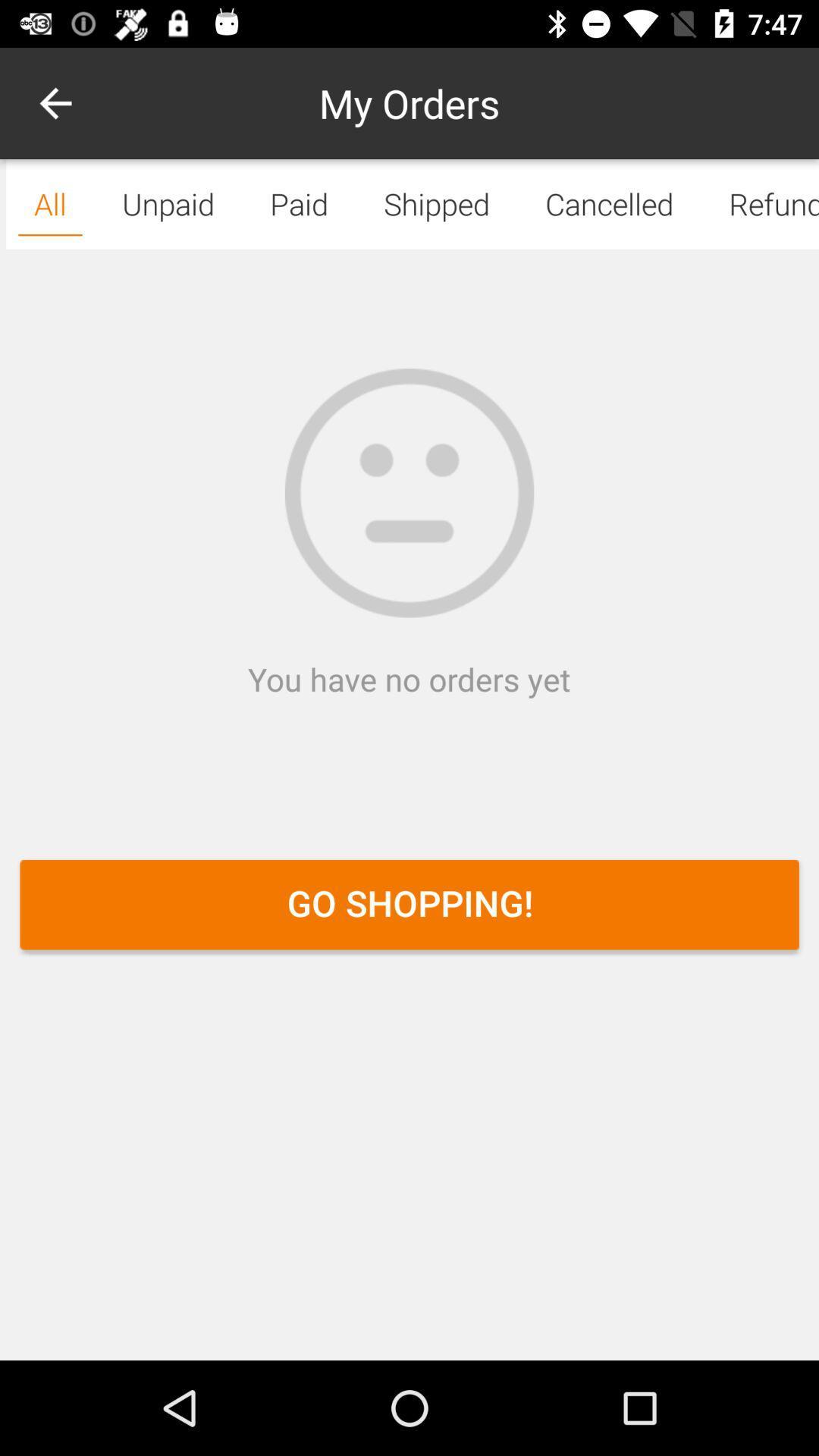 The image size is (819, 1456). Describe the element at coordinates (608, 203) in the screenshot. I see `cancelled` at that location.